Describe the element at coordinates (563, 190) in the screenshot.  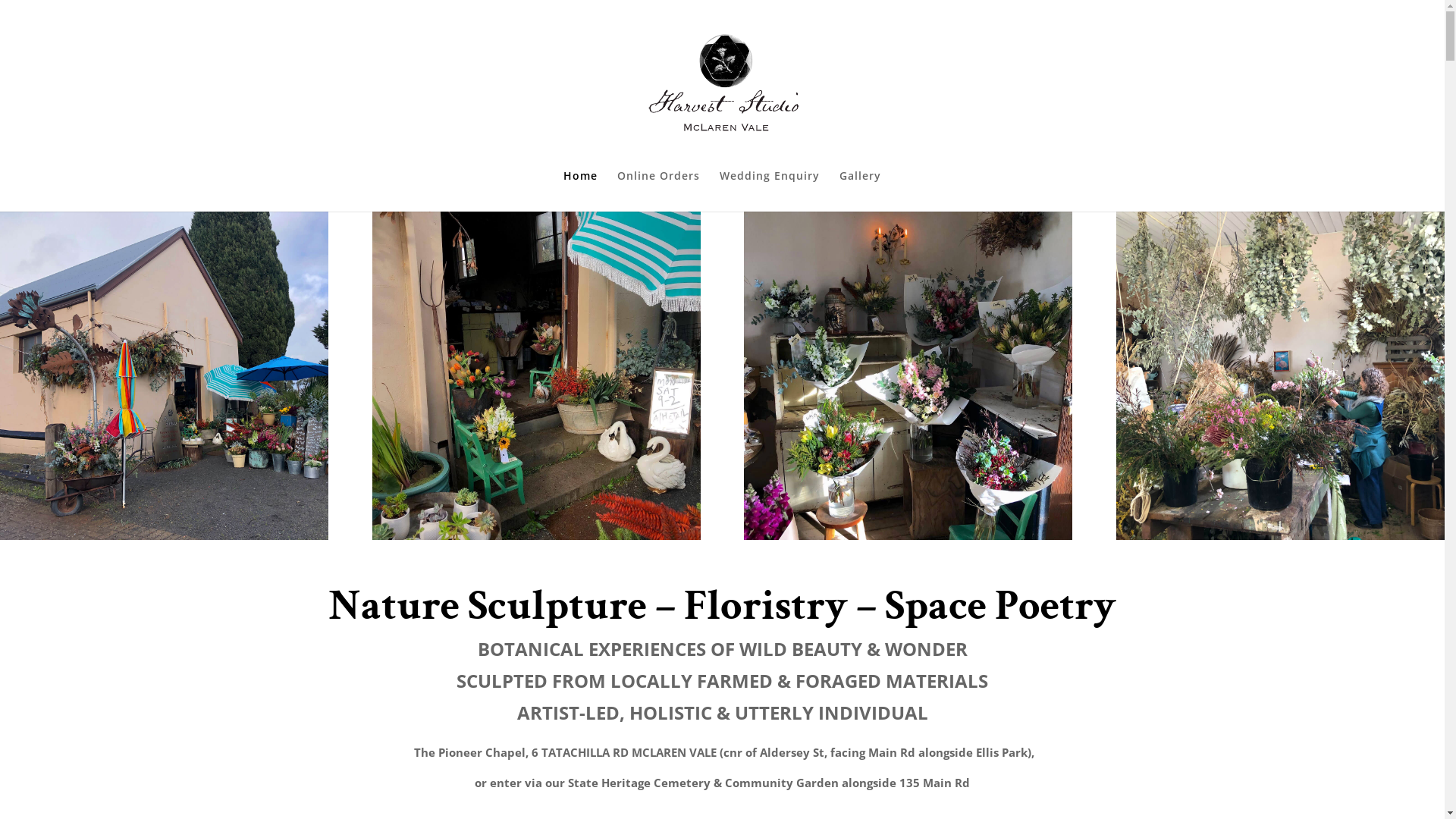
I see `'Home'` at that location.